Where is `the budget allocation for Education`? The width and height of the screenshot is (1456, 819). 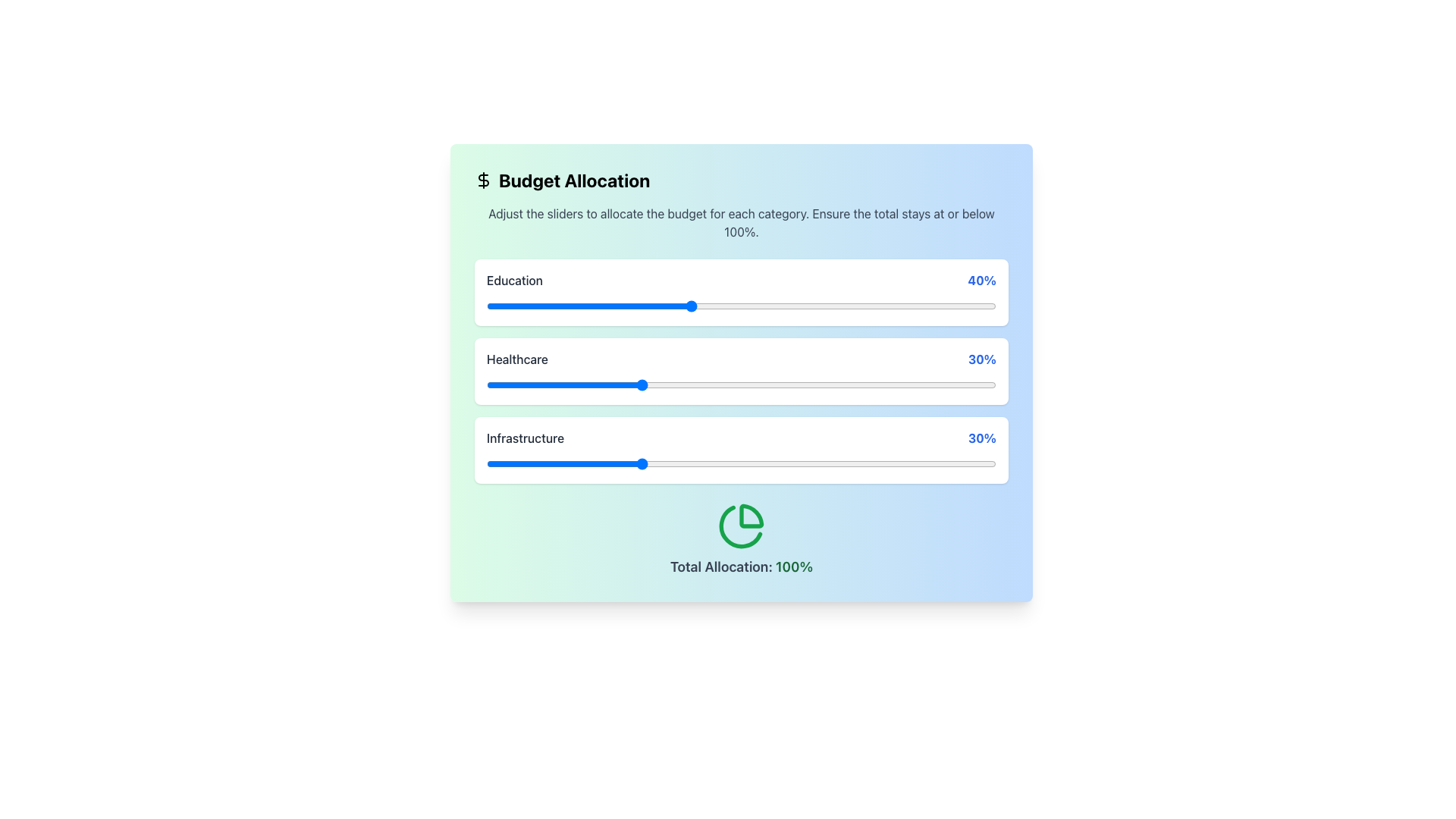 the budget allocation for Education is located at coordinates (562, 306).